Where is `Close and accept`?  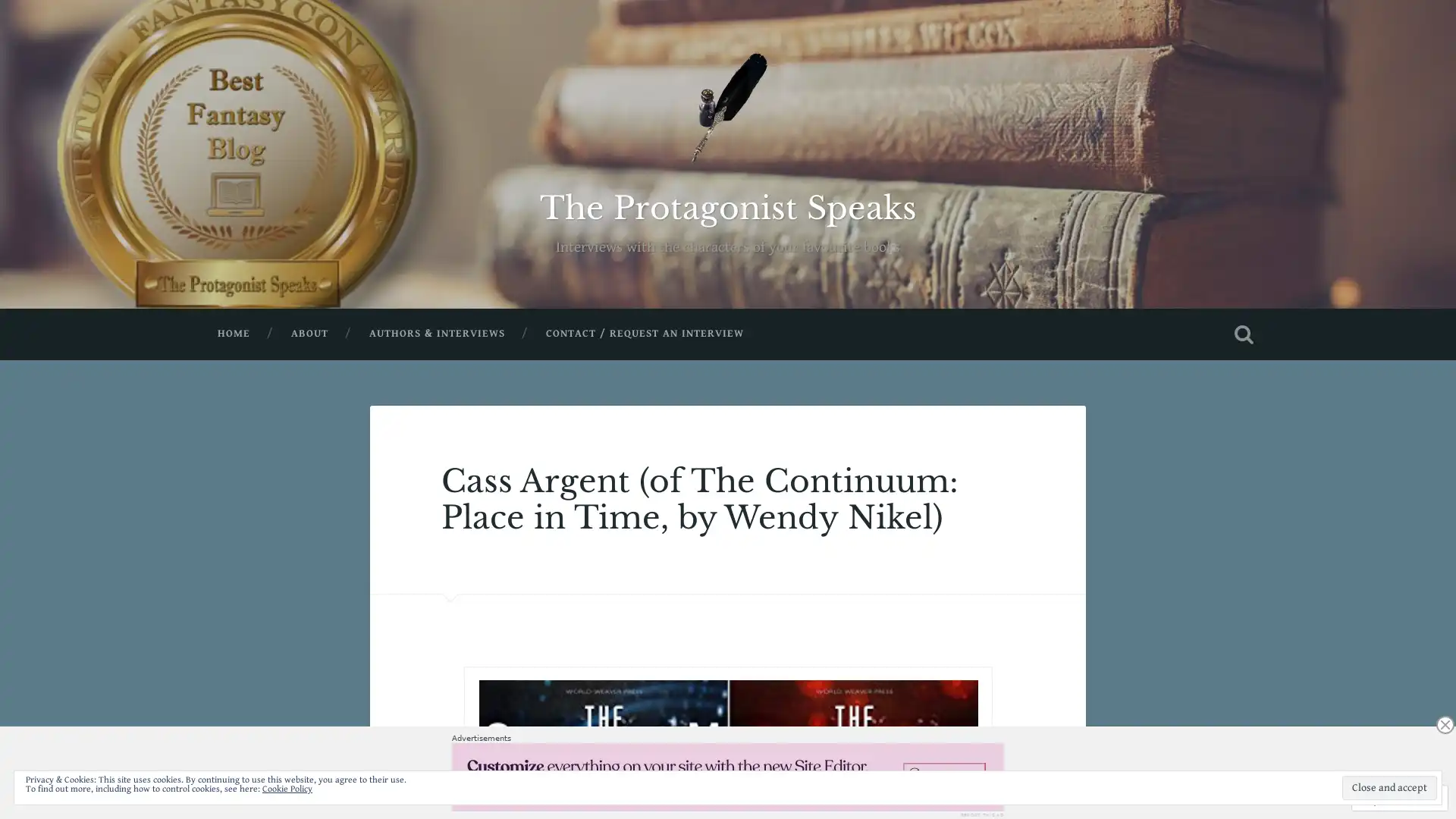 Close and accept is located at coordinates (1389, 786).